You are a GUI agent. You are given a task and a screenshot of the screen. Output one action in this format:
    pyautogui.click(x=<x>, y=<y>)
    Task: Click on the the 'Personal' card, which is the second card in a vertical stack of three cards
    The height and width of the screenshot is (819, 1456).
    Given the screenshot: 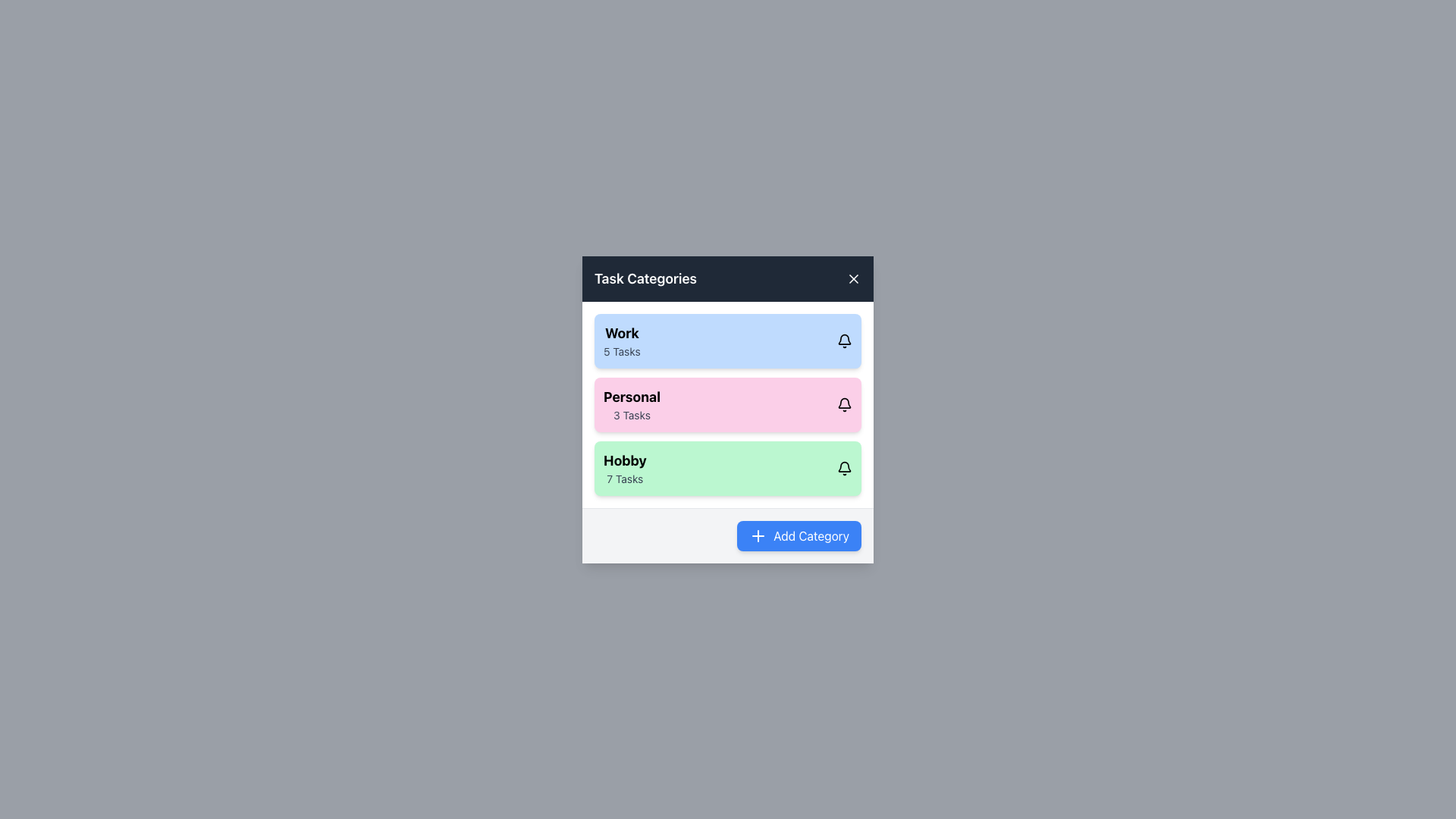 What is the action you would take?
    pyautogui.click(x=728, y=403)
    